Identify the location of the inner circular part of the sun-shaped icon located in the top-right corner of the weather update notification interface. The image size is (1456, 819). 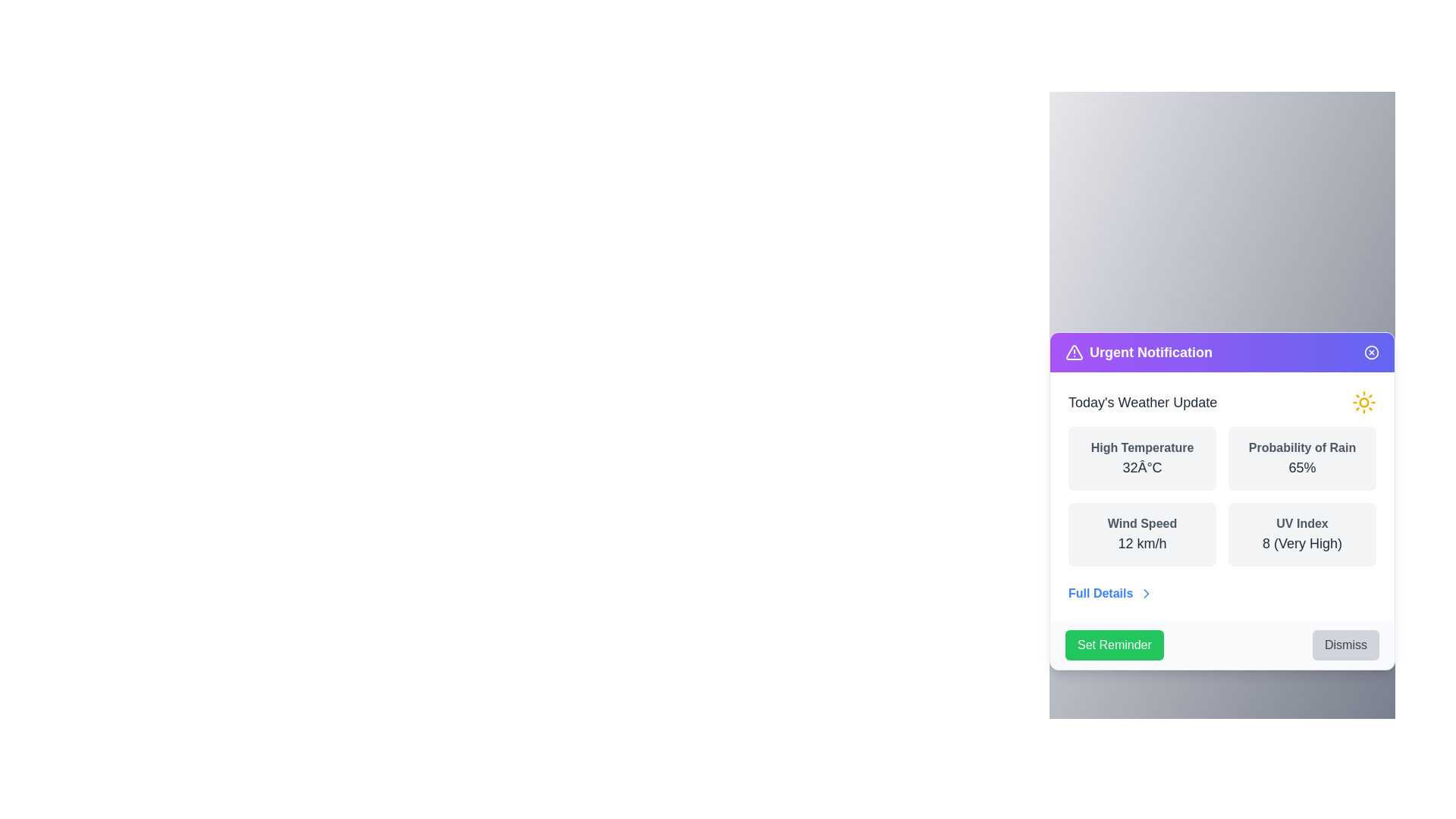
(1364, 402).